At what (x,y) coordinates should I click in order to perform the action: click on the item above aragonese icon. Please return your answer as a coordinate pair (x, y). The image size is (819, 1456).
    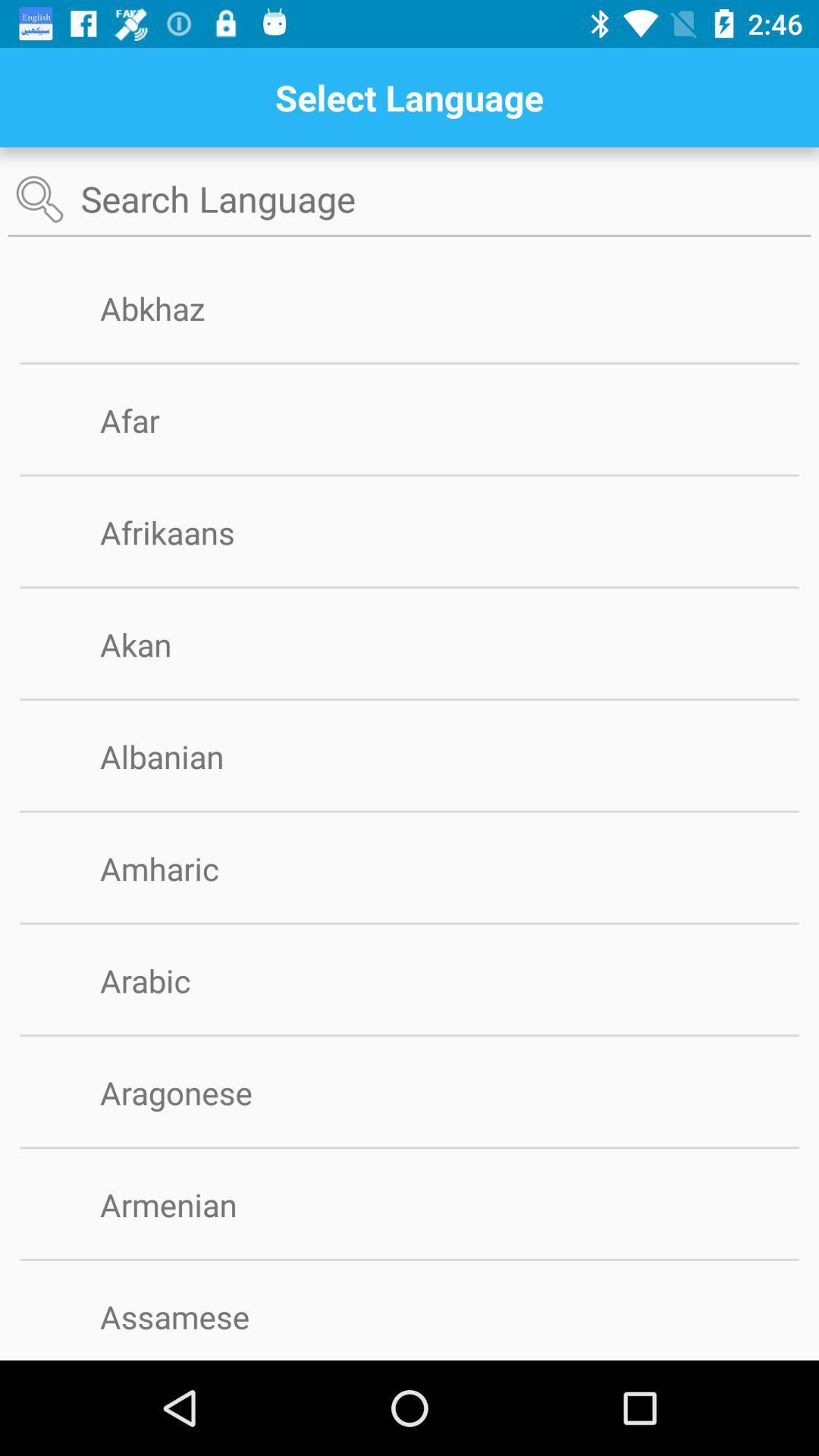
    Looking at the image, I should click on (409, 1034).